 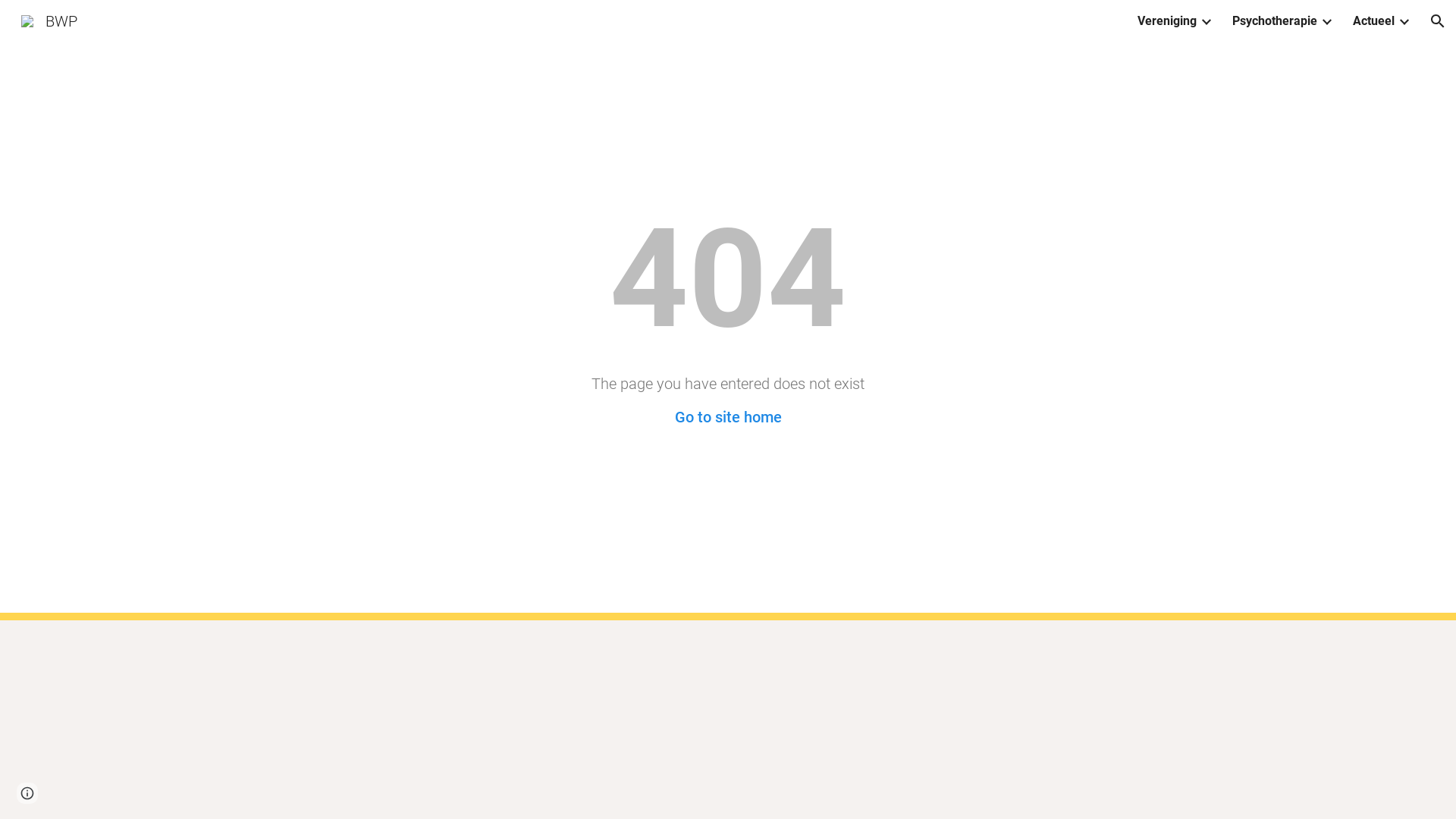 I want to click on 'Expand/Collapse', so click(x=1325, y=20).